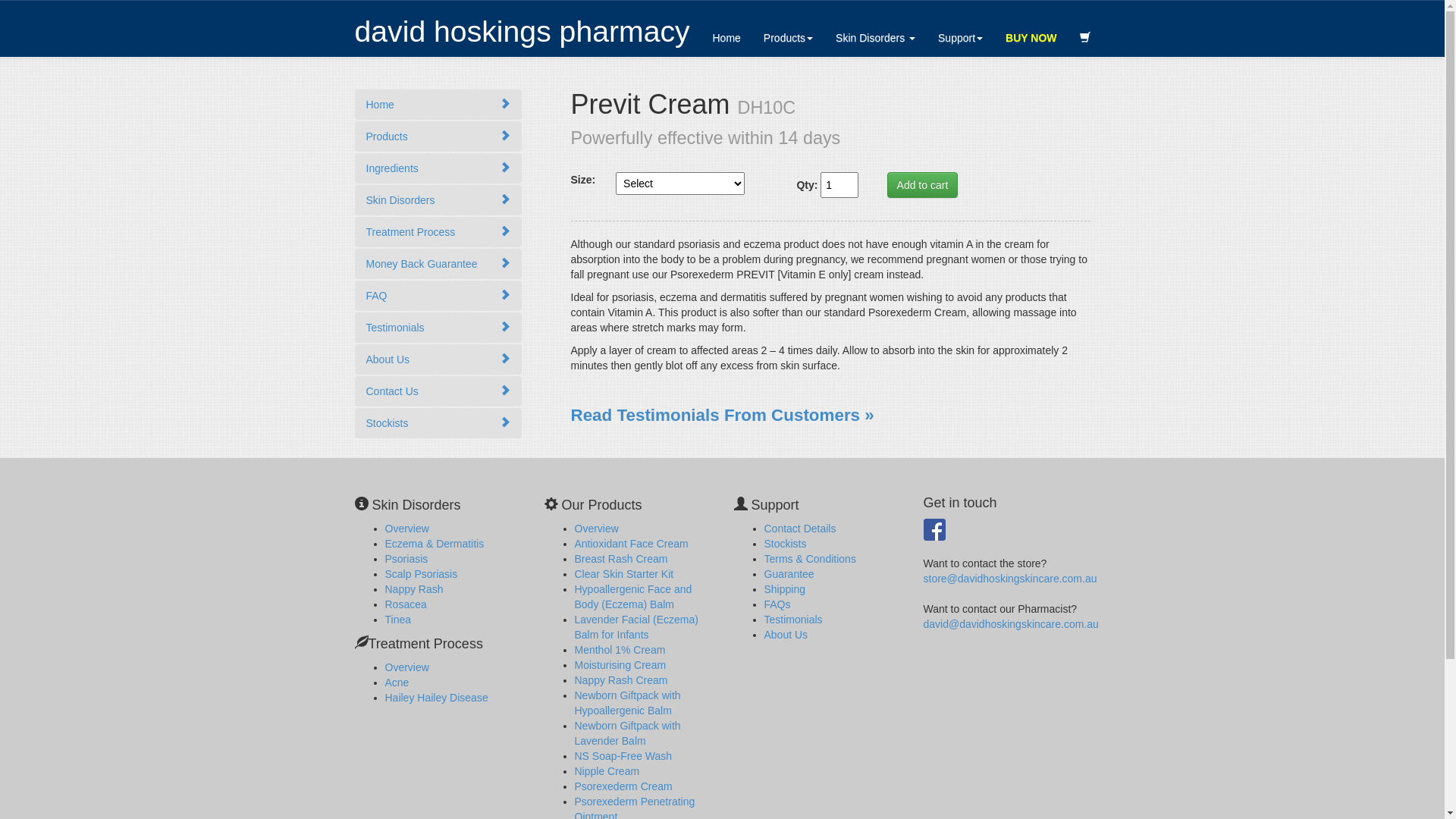 The image size is (1456, 819). Describe the element at coordinates (574, 558) in the screenshot. I see `'Breast Rash Cream'` at that location.